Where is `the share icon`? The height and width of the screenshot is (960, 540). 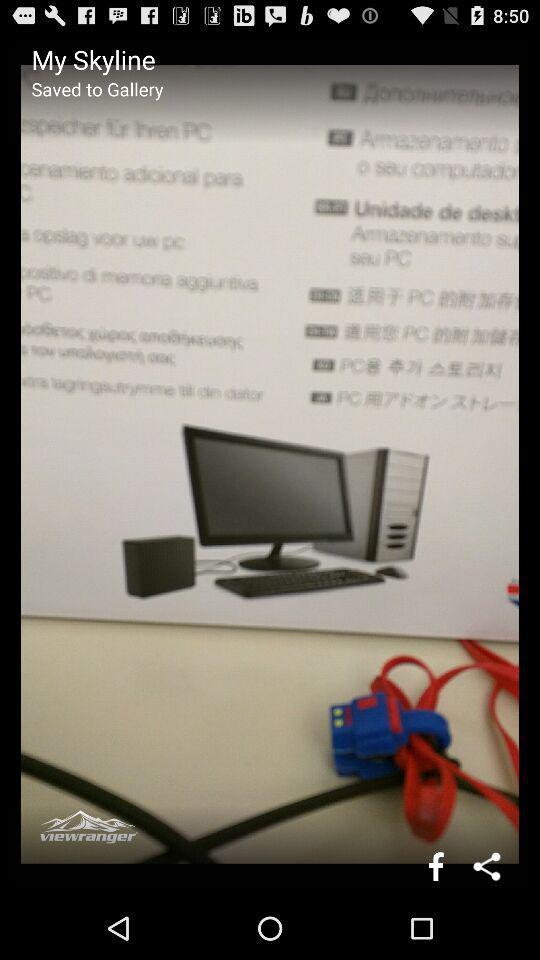
the share icon is located at coordinates (487, 927).